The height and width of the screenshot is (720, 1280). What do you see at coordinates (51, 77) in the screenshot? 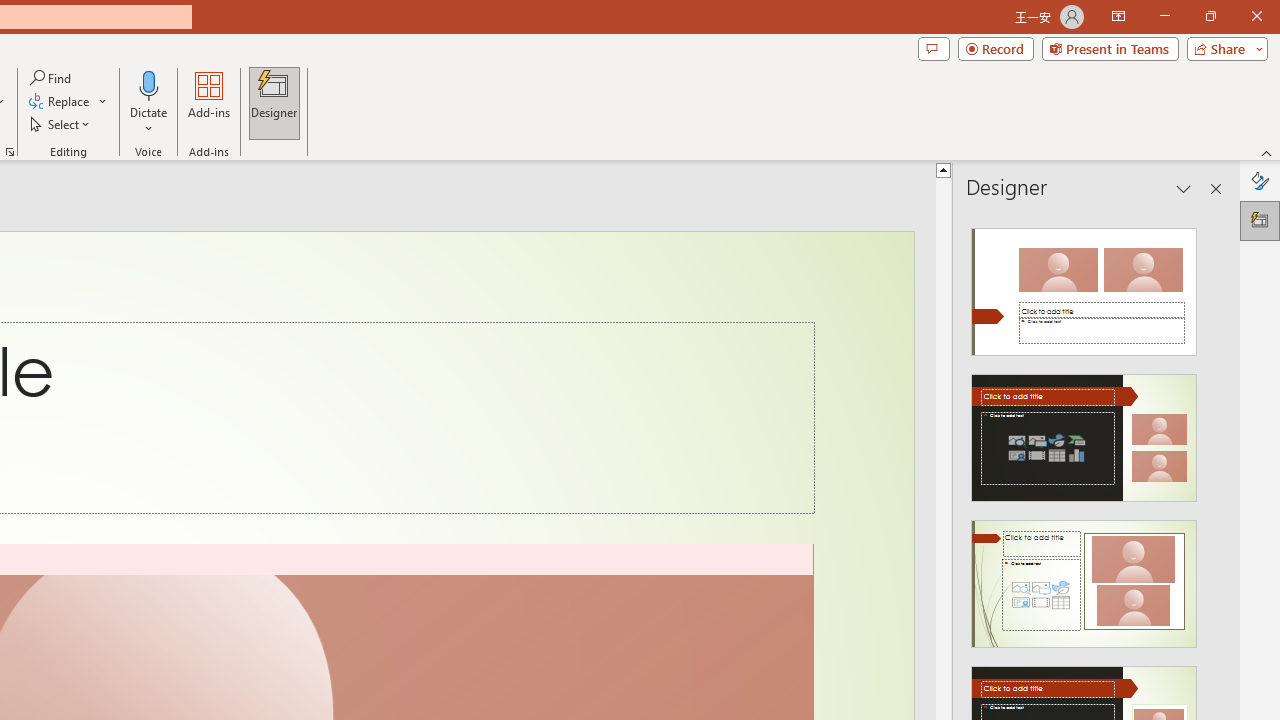
I see `'Find...'` at bounding box center [51, 77].